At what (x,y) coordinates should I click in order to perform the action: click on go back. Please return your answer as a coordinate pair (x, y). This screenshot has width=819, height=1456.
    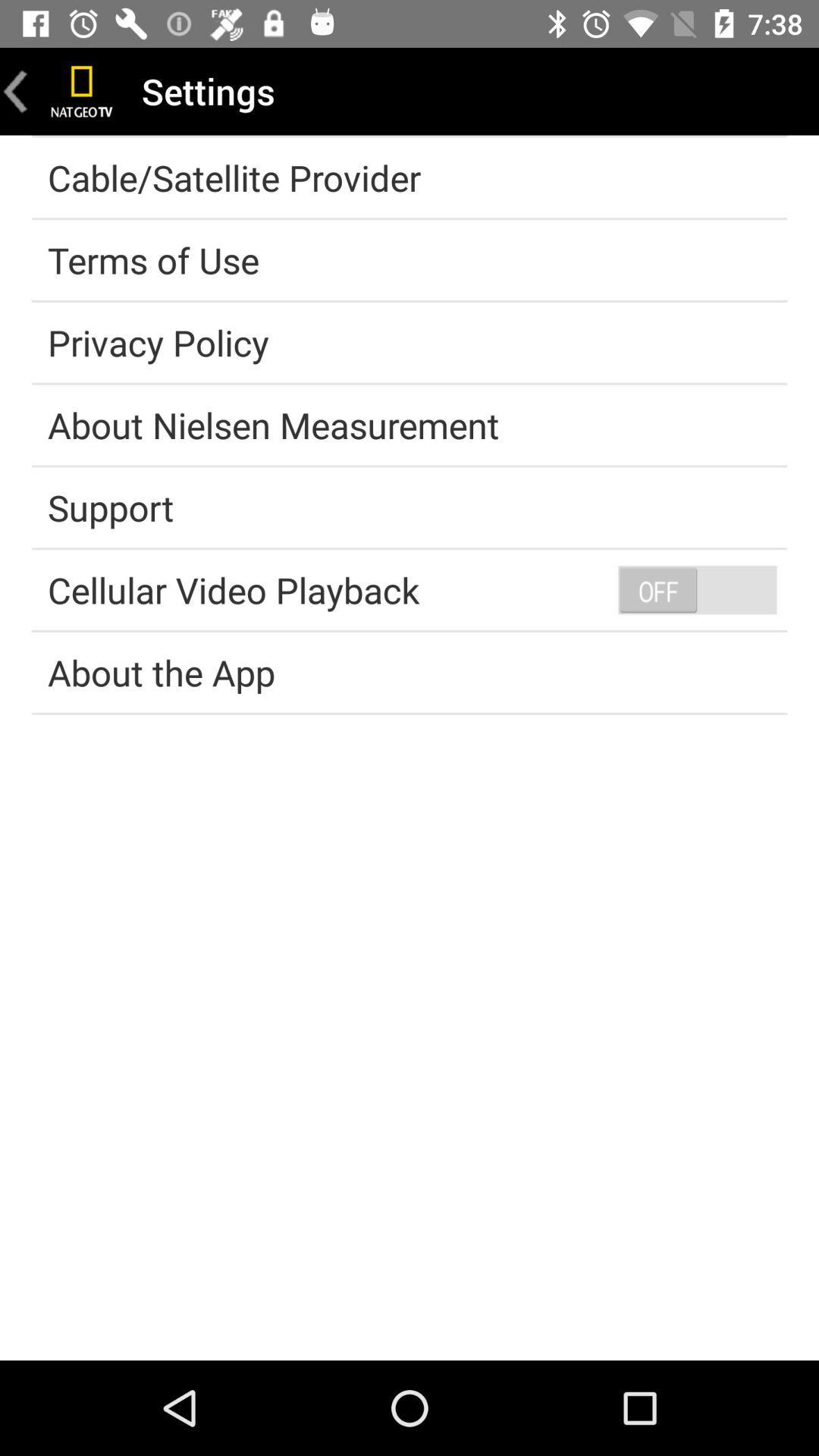
    Looking at the image, I should click on (15, 90).